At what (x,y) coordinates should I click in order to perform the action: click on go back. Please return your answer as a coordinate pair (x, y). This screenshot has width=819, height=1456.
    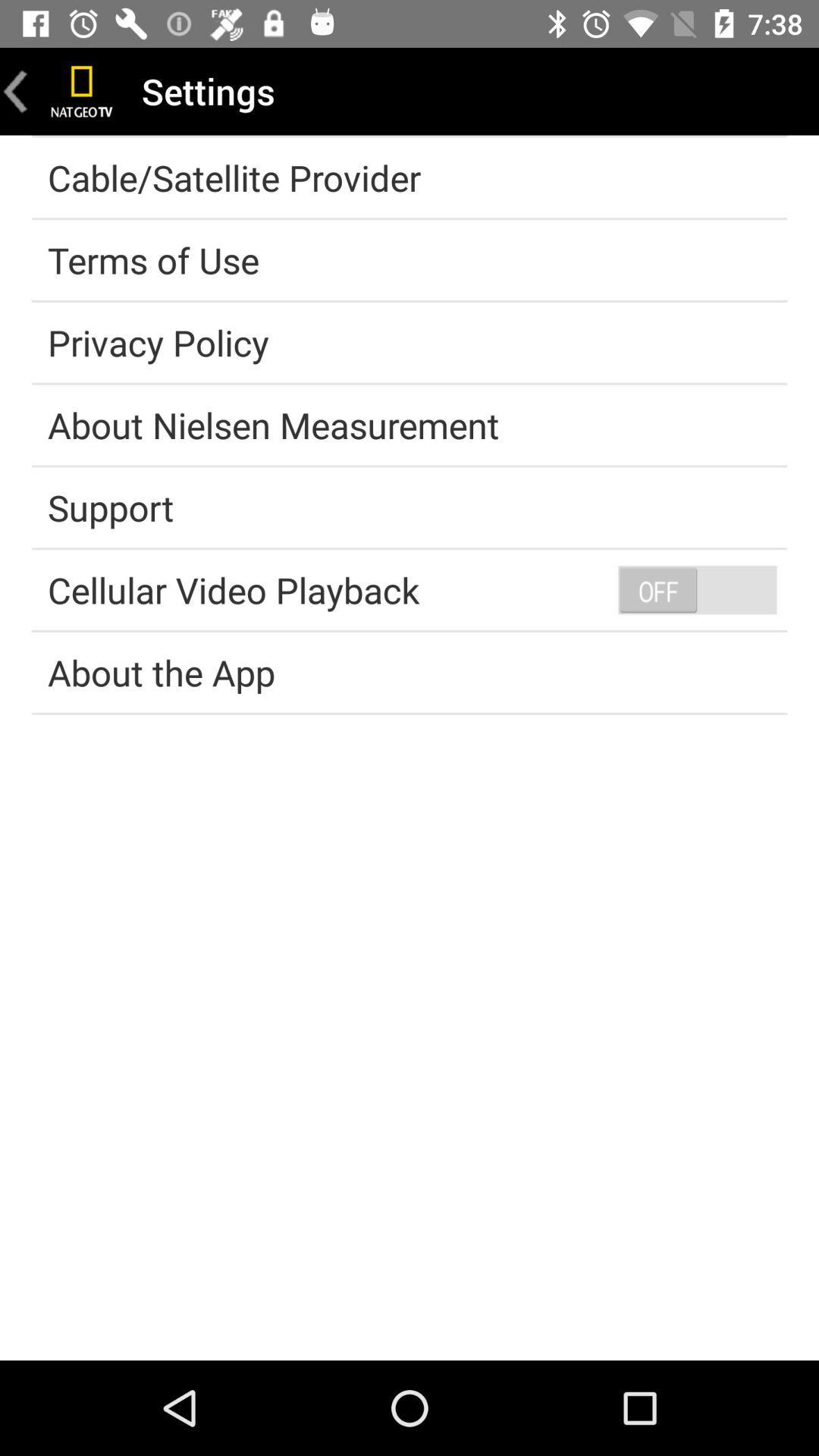
    Looking at the image, I should click on (15, 90).